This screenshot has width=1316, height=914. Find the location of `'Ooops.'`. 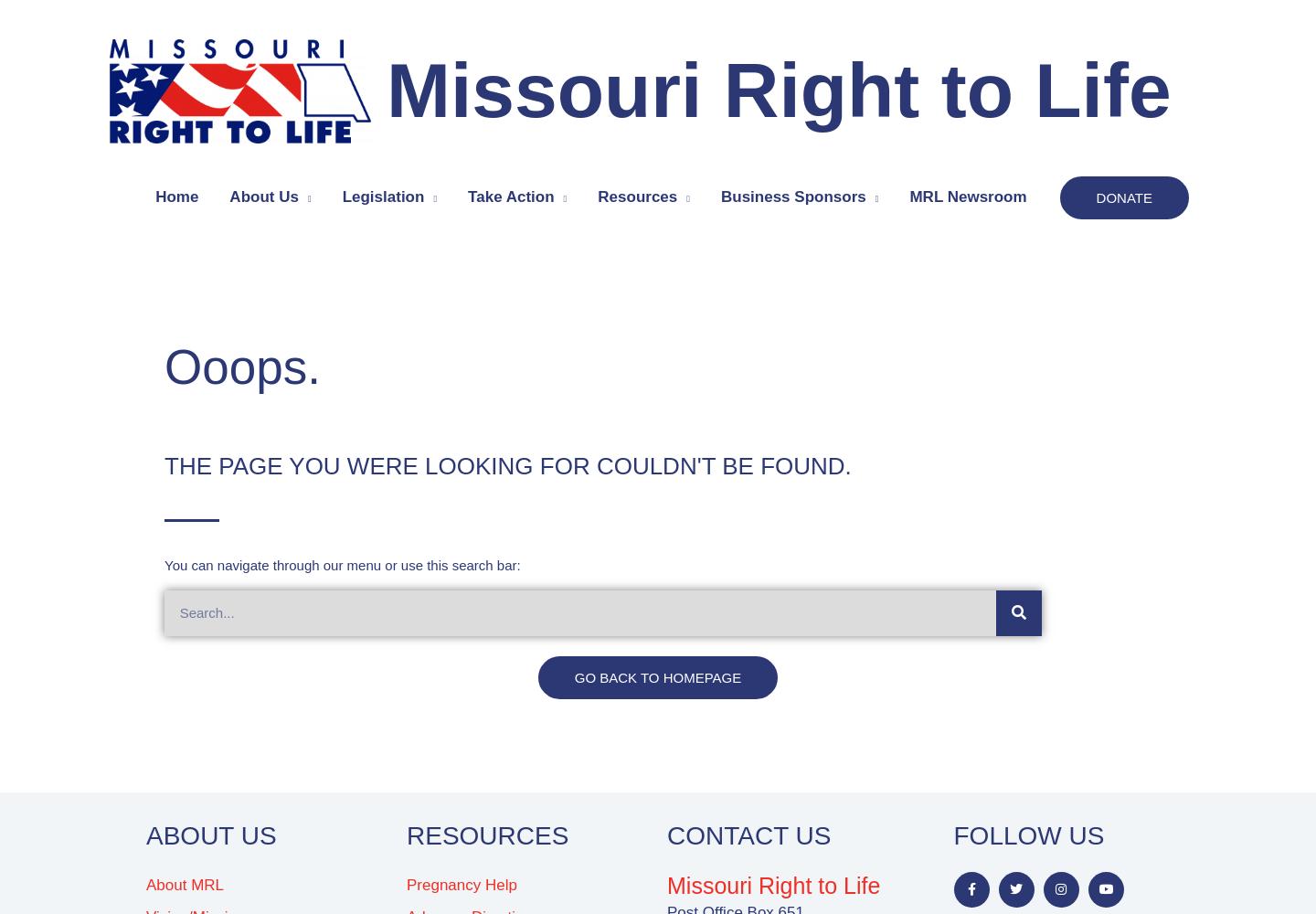

'Ooops.' is located at coordinates (240, 367).